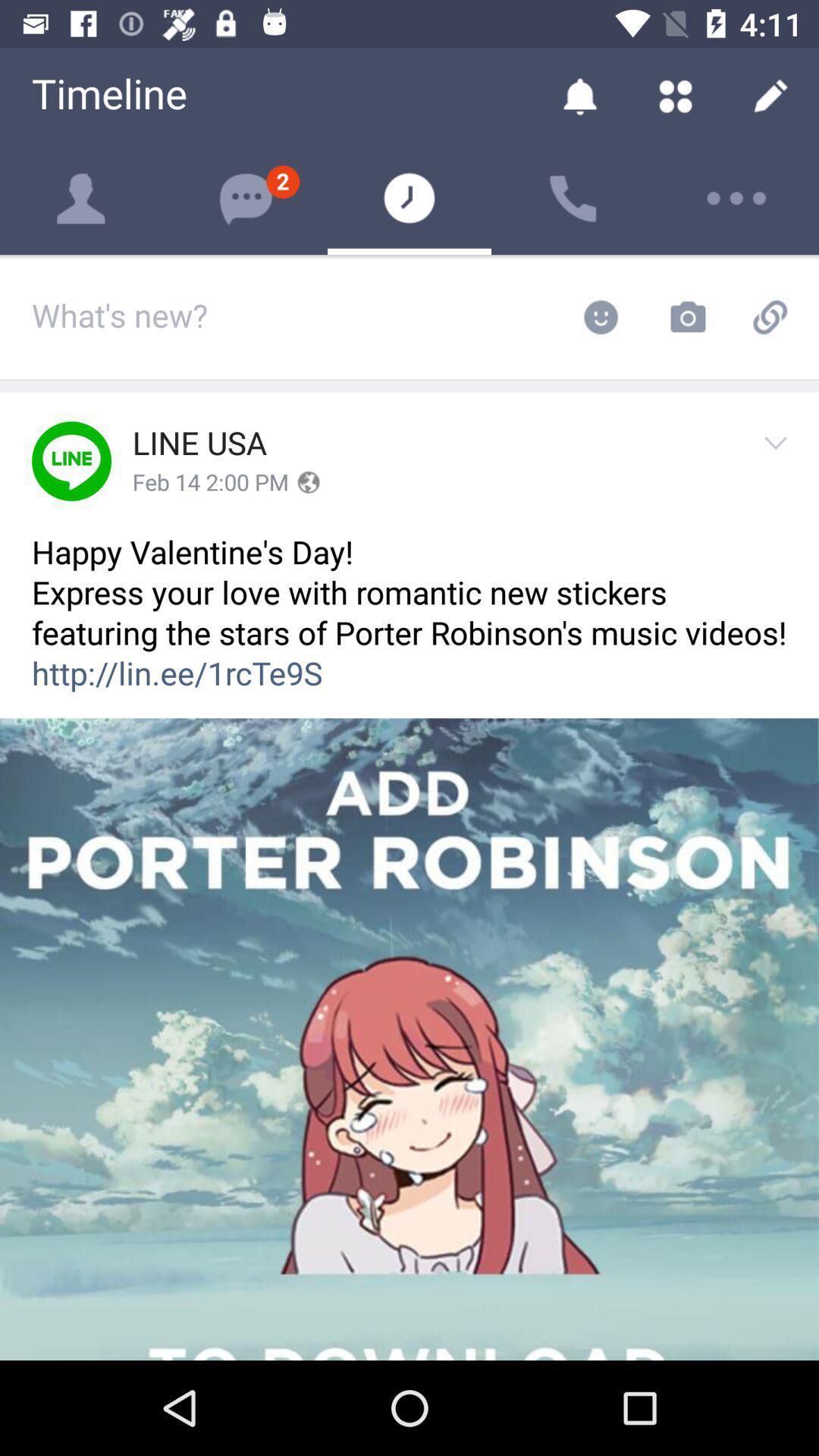 This screenshot has width=819, height=1456. I want to click on the call icon, so click(573, 198).